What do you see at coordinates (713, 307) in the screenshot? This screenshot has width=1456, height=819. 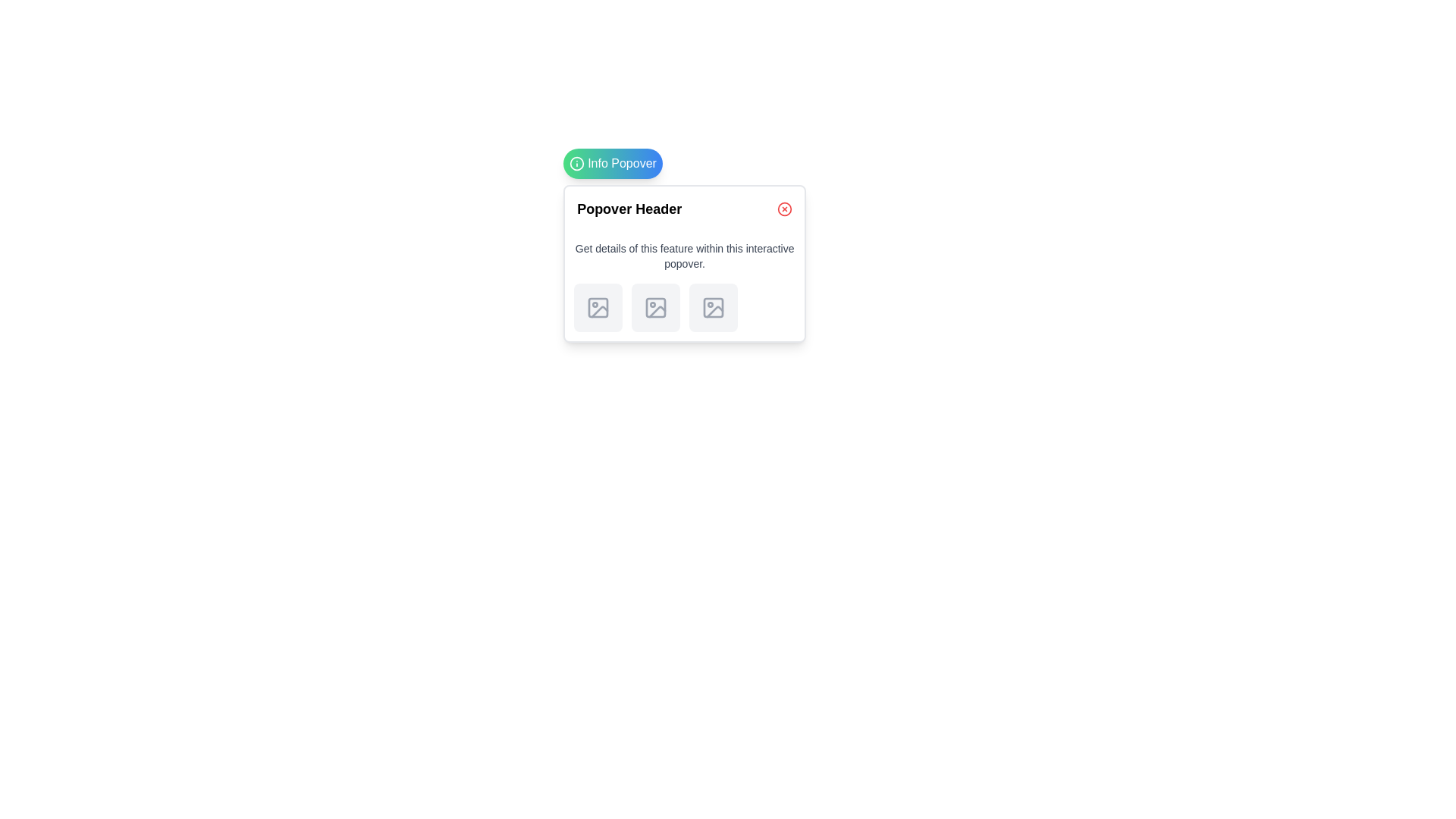 I see `the rightmost icon, which is a square frame containing a mountain and sun` at bounding box center [713, 307].